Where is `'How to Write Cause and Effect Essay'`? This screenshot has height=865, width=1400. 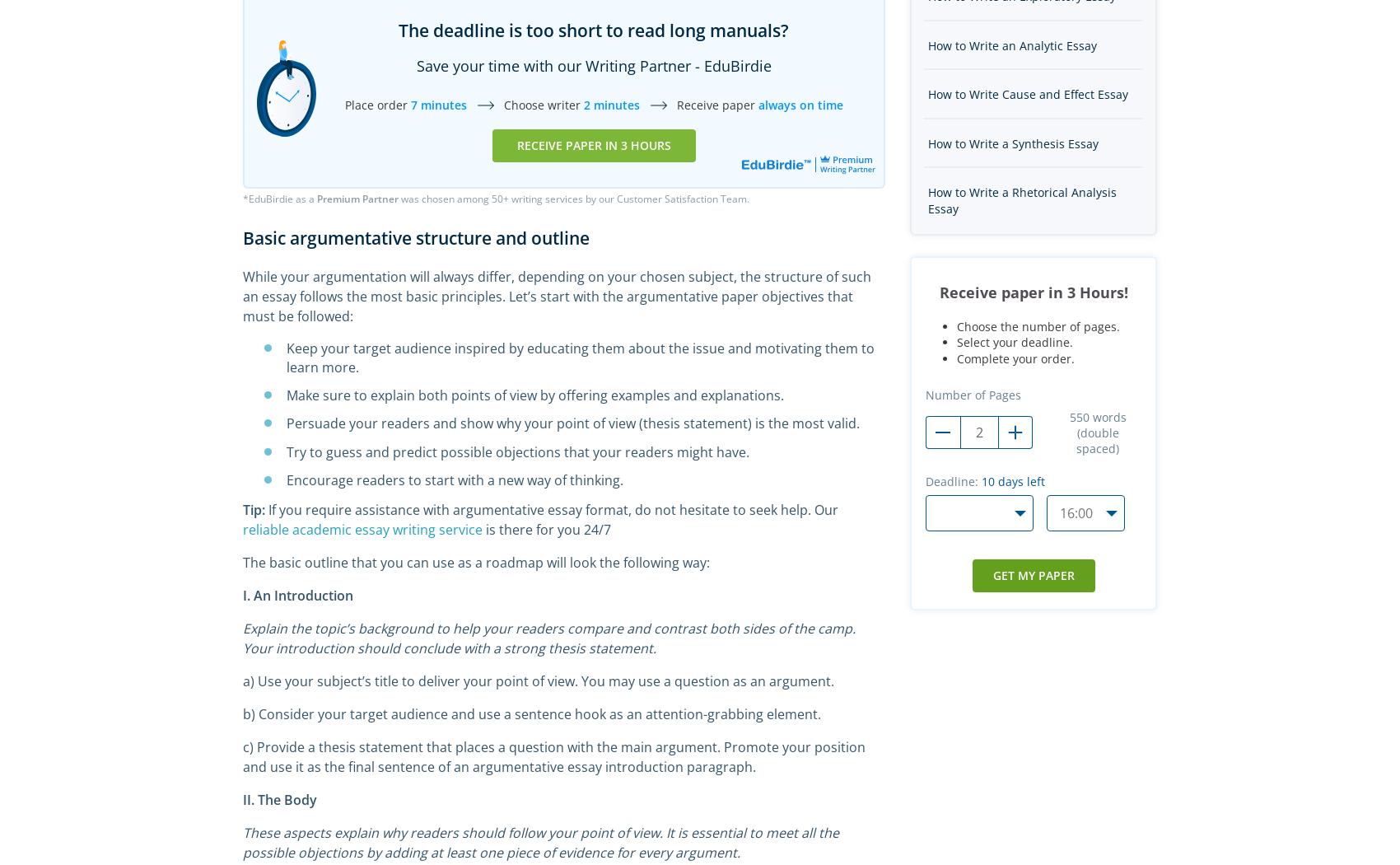
'How to Write Cause and Effect Essay' is located at coordinates (1027, 93).